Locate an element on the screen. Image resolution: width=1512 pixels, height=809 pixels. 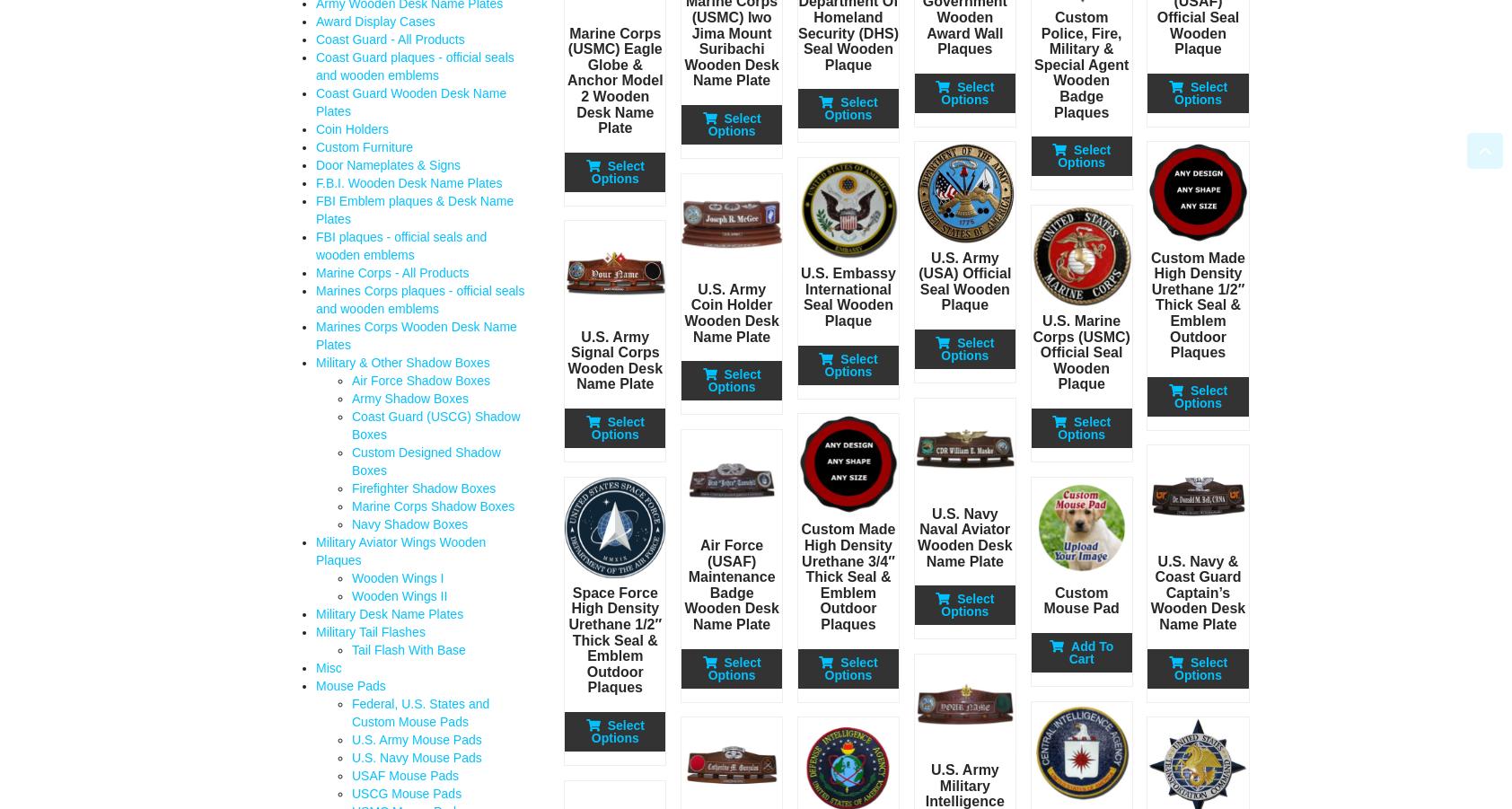
'U.S. Army (USA) Official Seal Wooden Plaque' is located at coordinates (918, 281).